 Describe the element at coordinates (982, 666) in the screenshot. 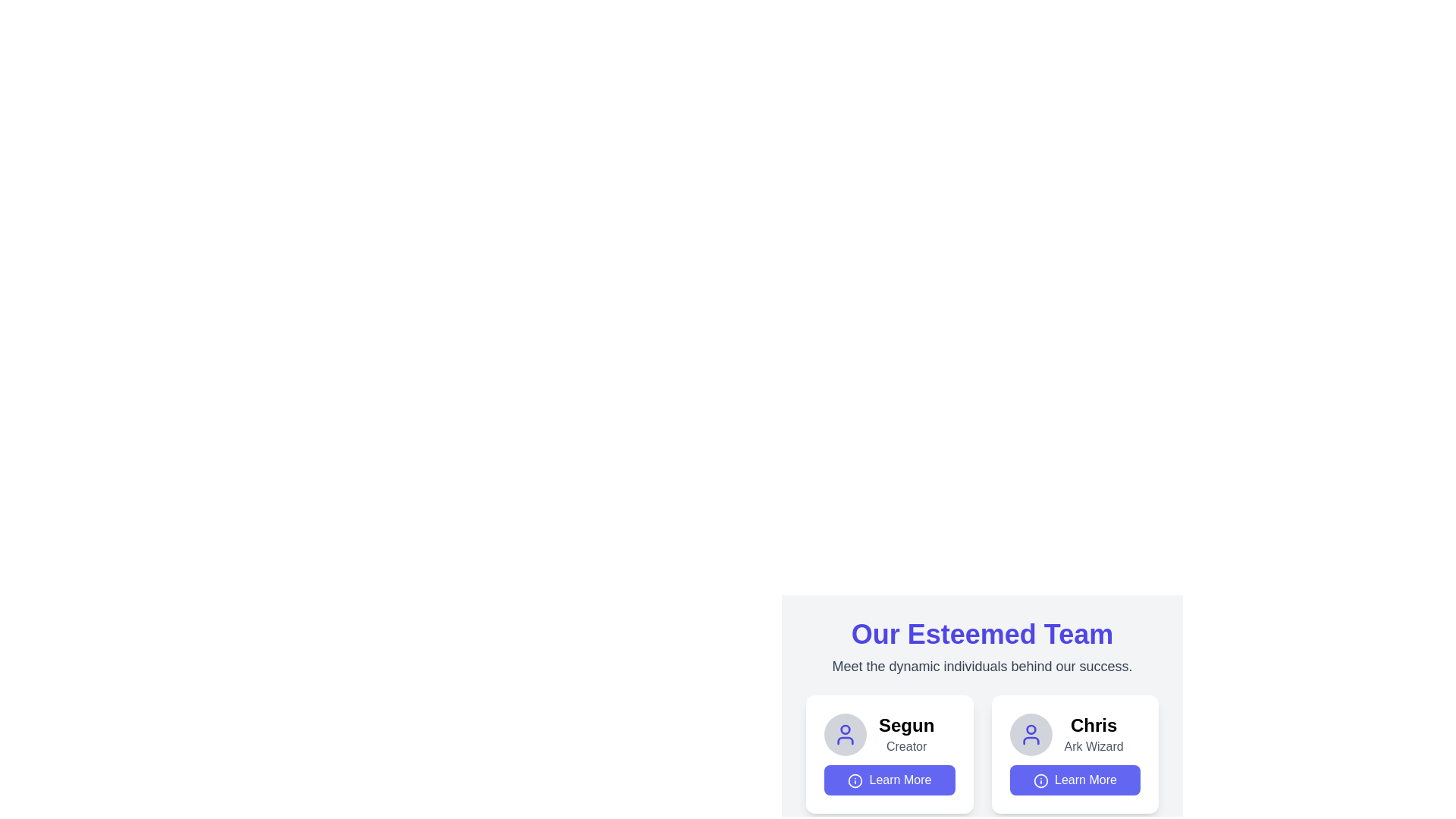

I see `the descriptive subtitle text that provides additional context to the main title 'Our Esteemed Team'` at that location.